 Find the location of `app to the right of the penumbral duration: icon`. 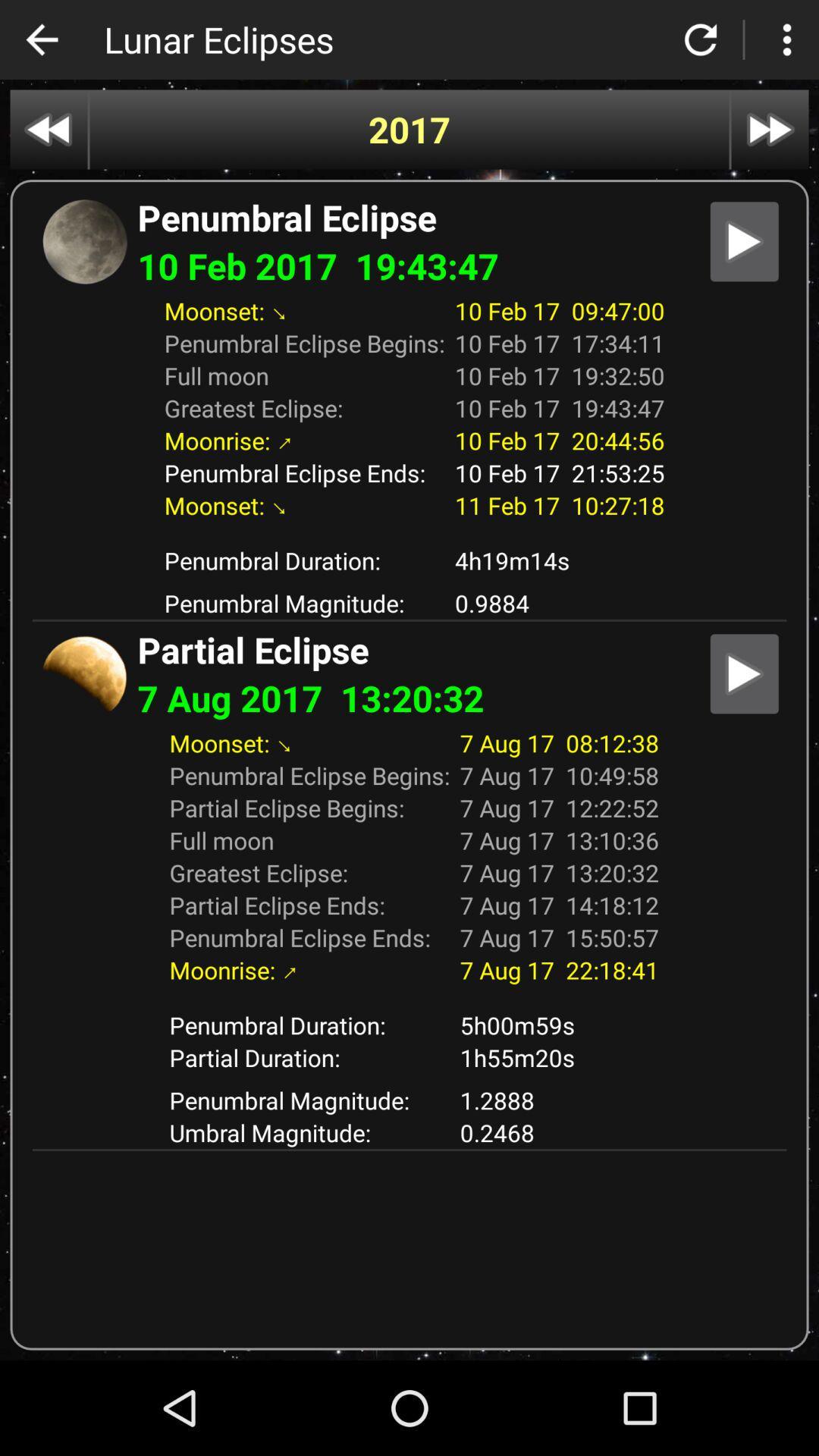

app to the right of the penumbral duration: icon is located at coordinates (559, 1056).